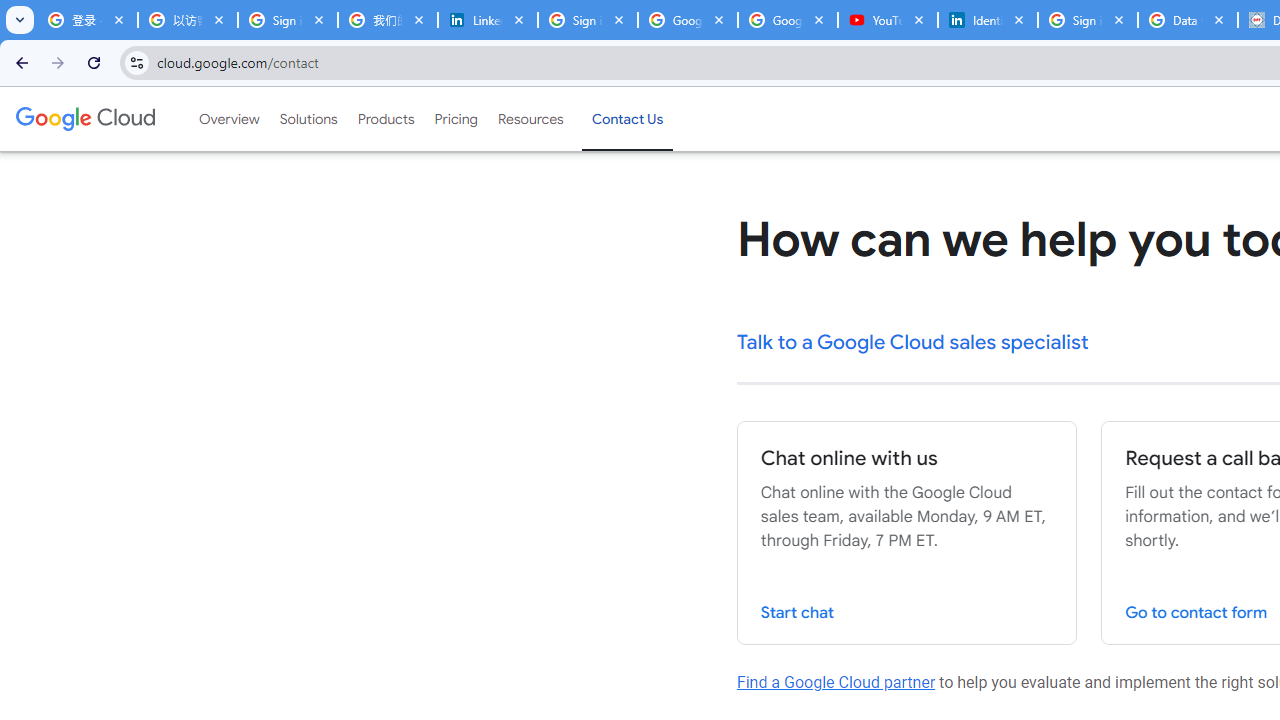 The image size is (1280, 720). I want to click on 'Google Cloud', so click(84, 119).